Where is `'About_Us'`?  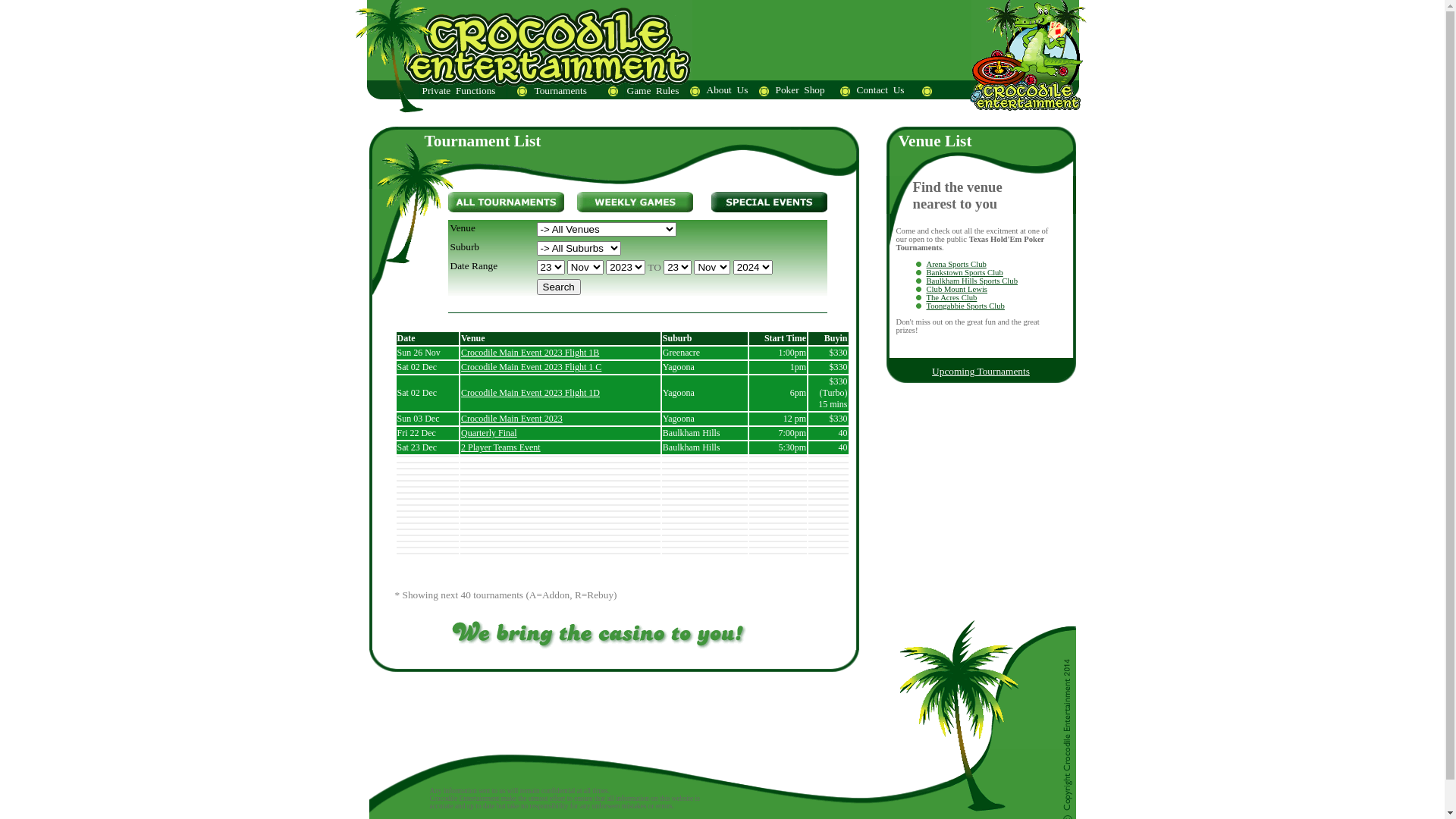 'About_Us' is located at coordinates (726, 89).